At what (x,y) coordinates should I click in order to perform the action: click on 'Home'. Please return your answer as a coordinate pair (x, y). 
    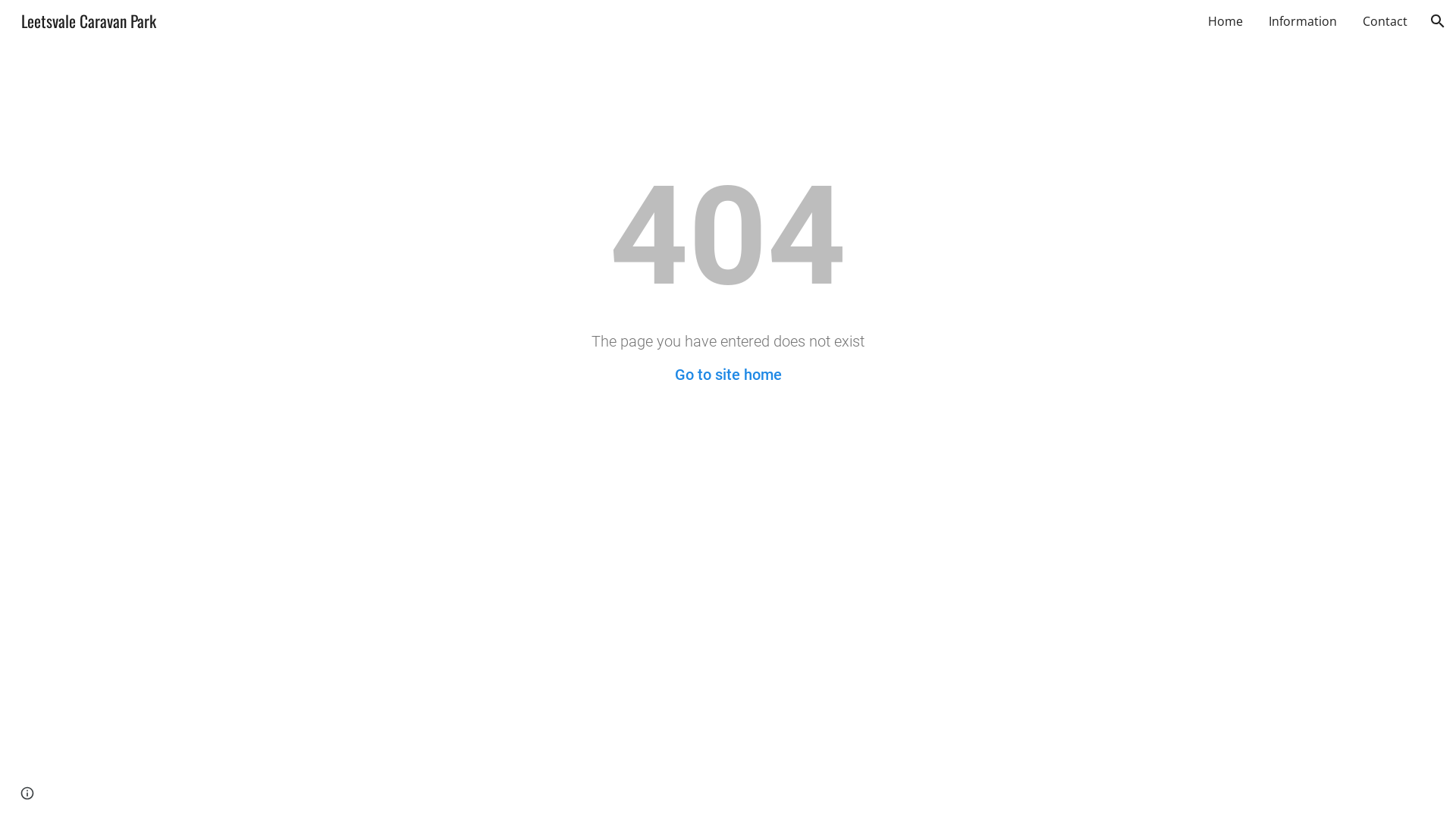
    Looking at the image, I should click on (1200, 20).